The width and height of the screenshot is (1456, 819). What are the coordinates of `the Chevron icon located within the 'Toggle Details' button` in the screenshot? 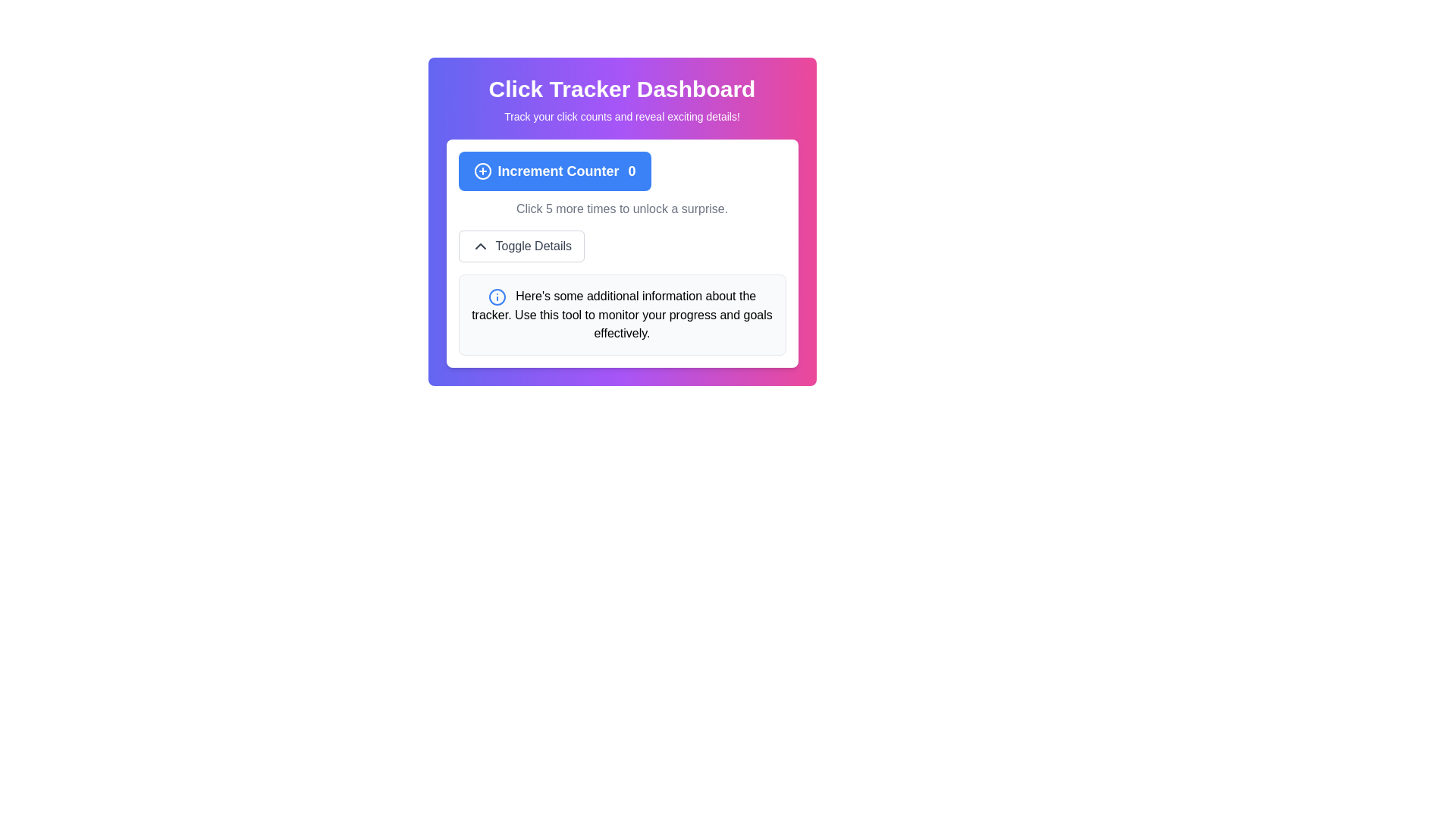 It's located at (479, 245).